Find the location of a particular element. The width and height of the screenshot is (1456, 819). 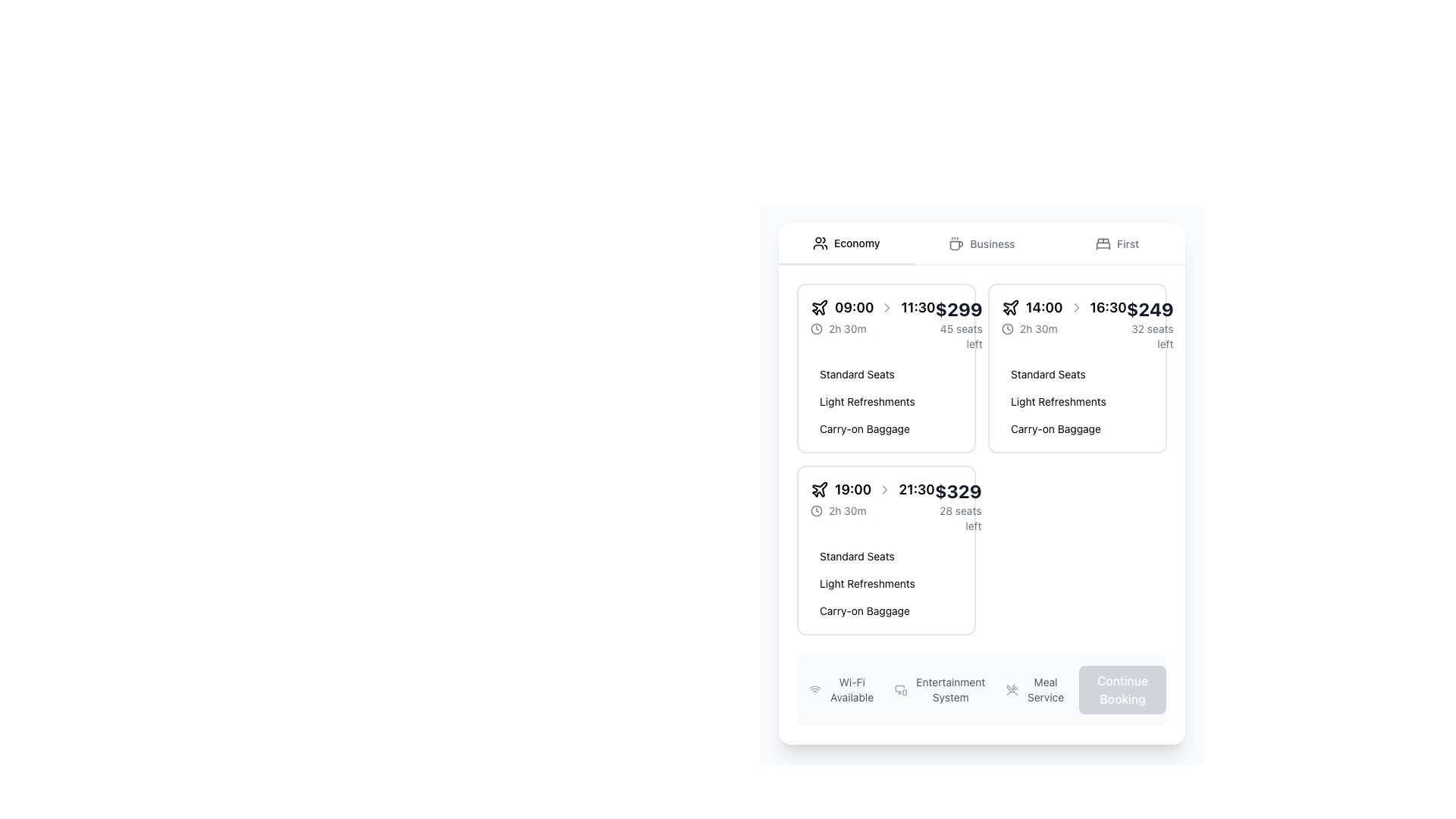

the text label displaying 'Business' in the horizontal navigation bar for travel class selection is located at coordinates (993, 243).